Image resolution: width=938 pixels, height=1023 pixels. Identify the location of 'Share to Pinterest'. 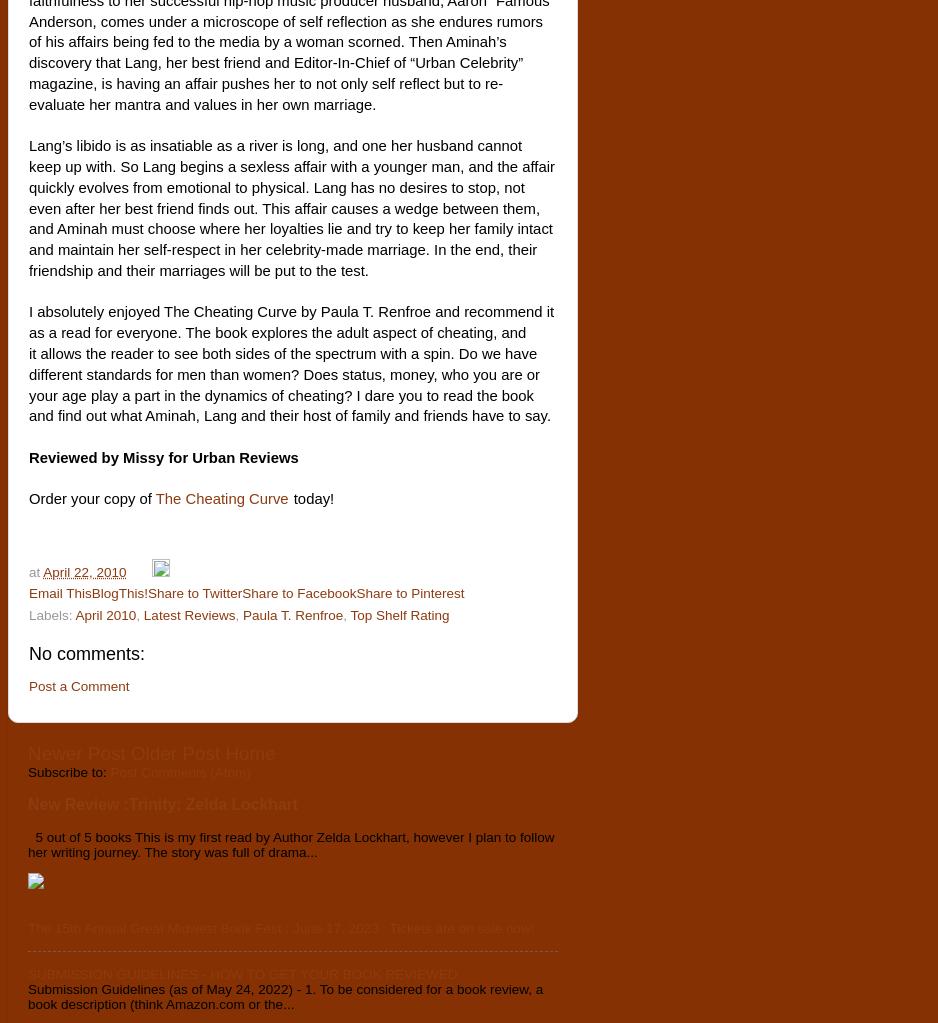
(409, 592).